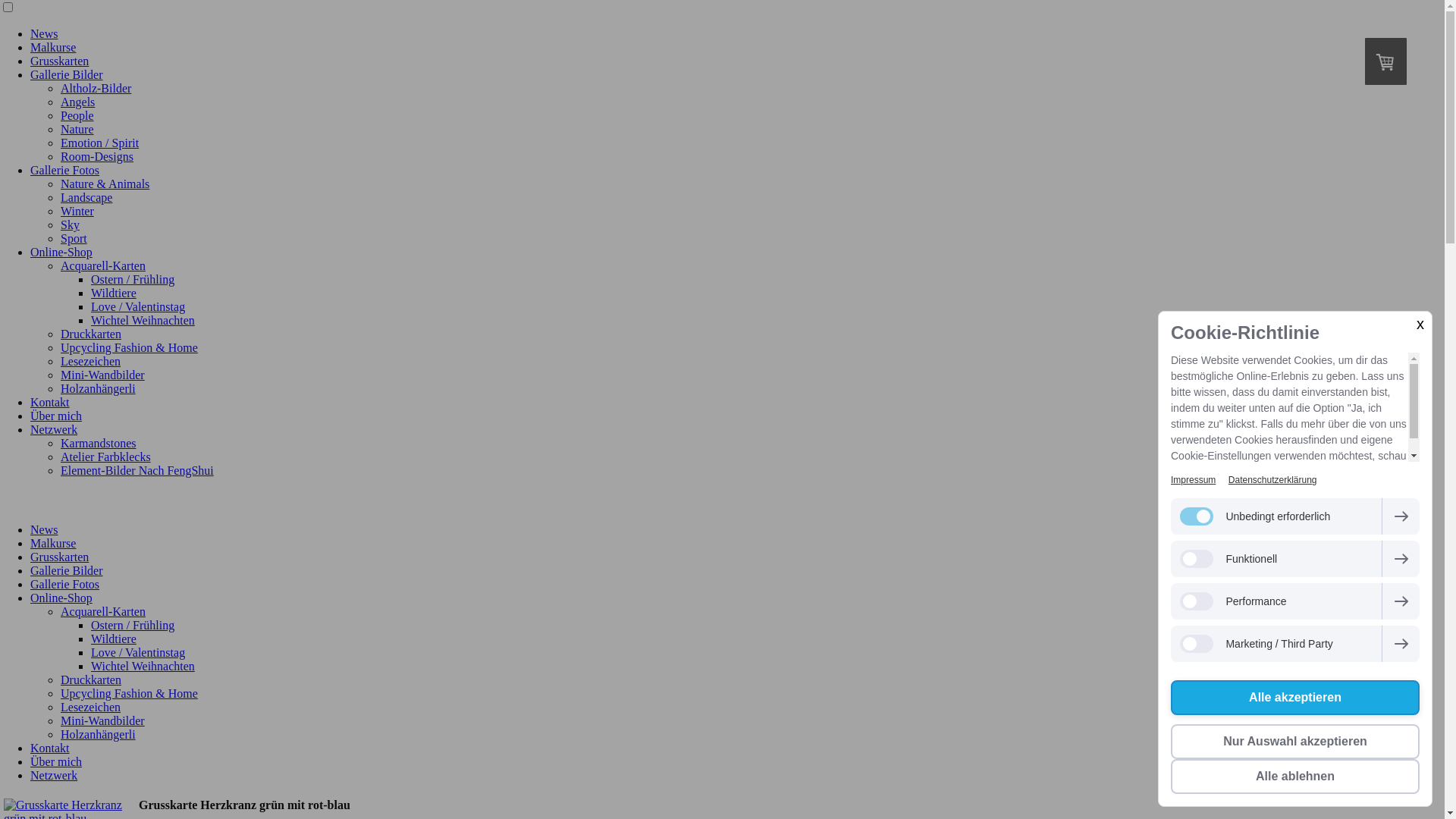  Describe the element at coordinates (64, 583) in the screenshot. I see `'Gallerie Fotos'` at that location.